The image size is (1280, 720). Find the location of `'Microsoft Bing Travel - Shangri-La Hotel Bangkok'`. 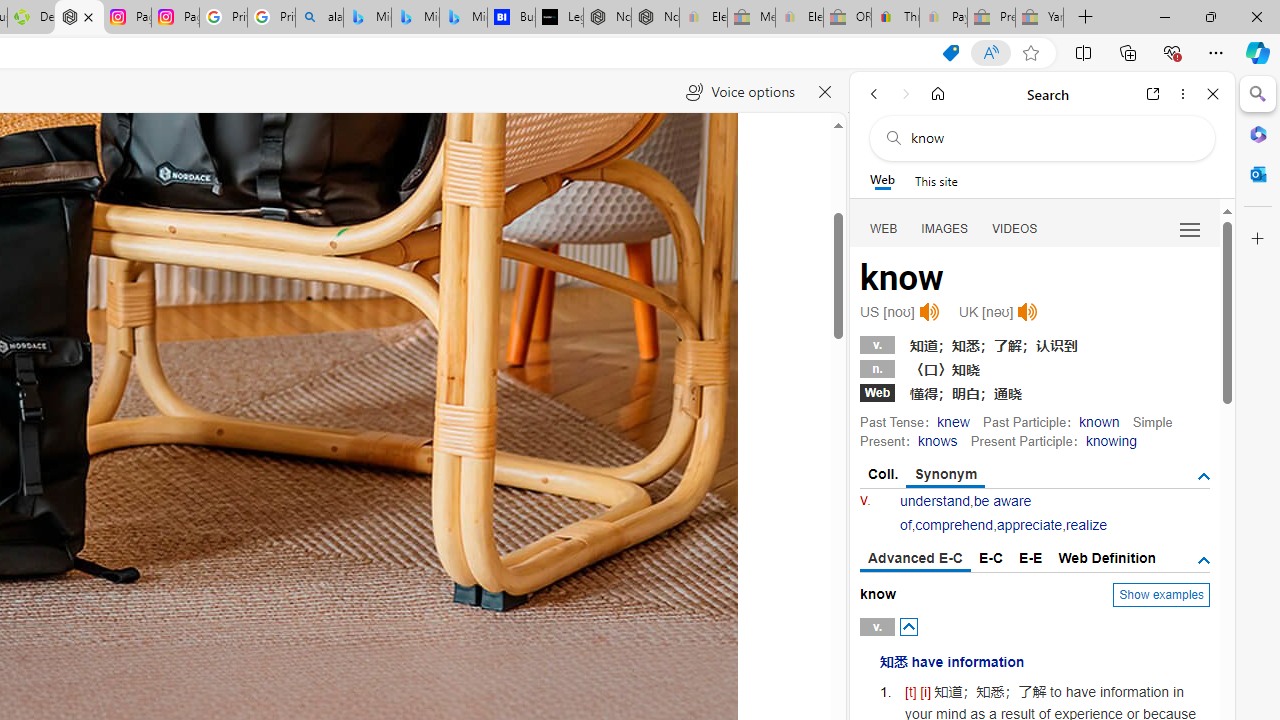

'Microsoft Bing Travel - Shangri-La Hotel Bangkok' is located at coordinates (463, 17).